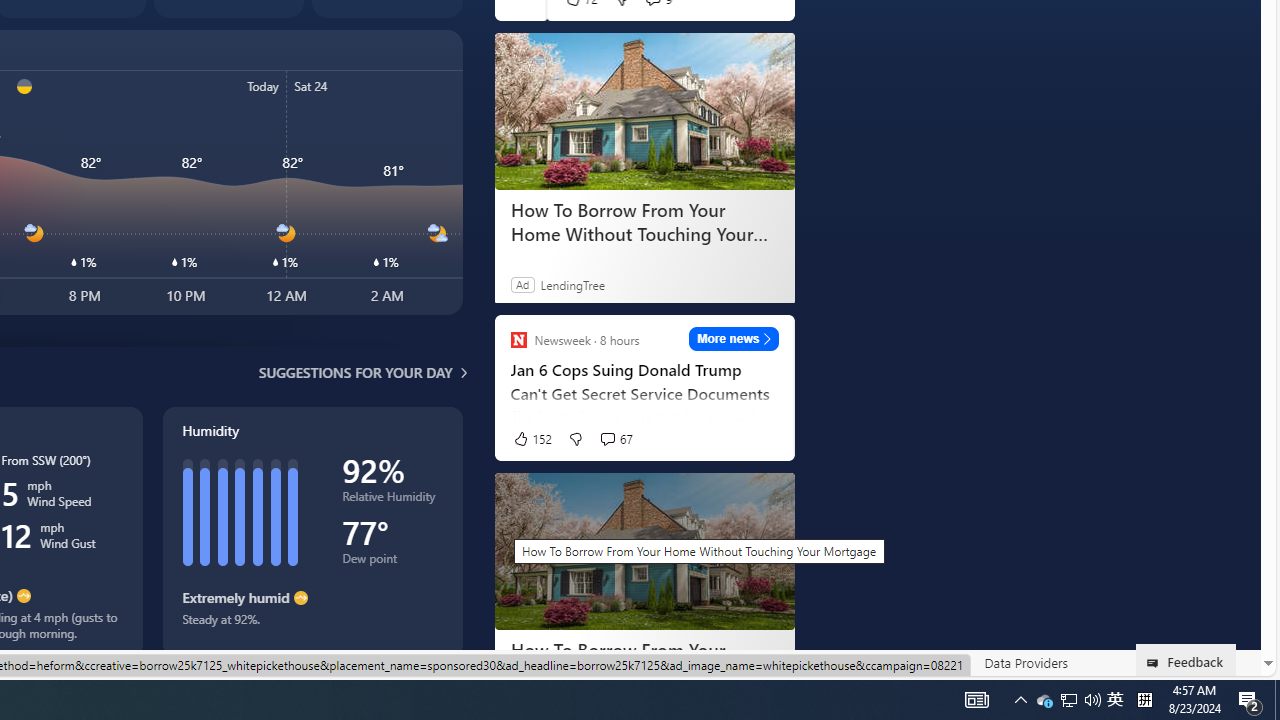 The height and width of the screenshot is (720, 1280). I want to click on 'Dew point', so click(392, 562).